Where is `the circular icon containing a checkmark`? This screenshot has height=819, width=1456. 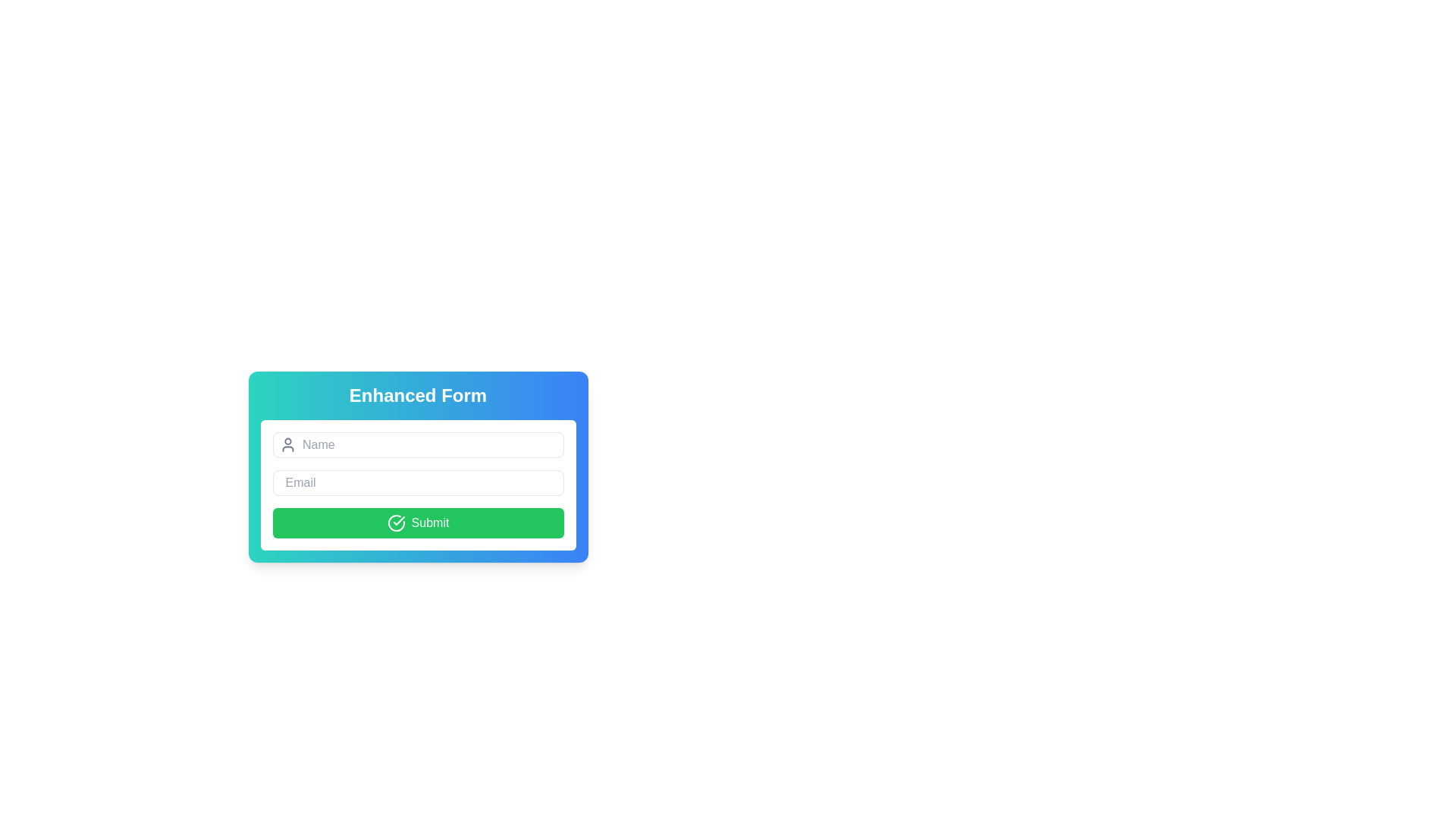
the circular icon containing a checkmark is located at coordinates (396, 522).